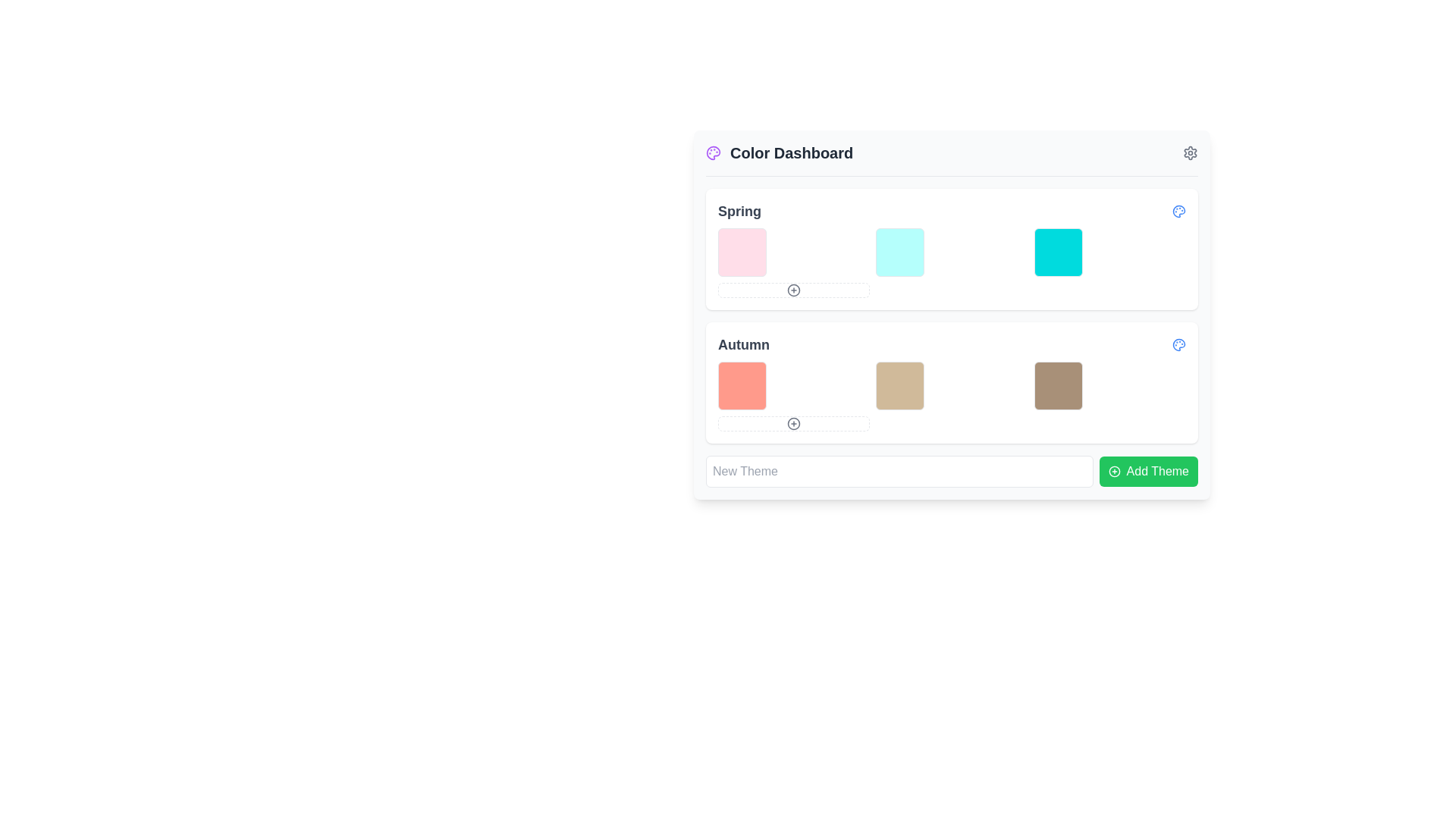 The image size is (1456, 819). Describe the element at coordinates (1057, 385) in the screenshot. I see `the light brown color swatch with rounded corners located under the 'Autumn' section, which is the third square in the top row of a grid layout` at that location.